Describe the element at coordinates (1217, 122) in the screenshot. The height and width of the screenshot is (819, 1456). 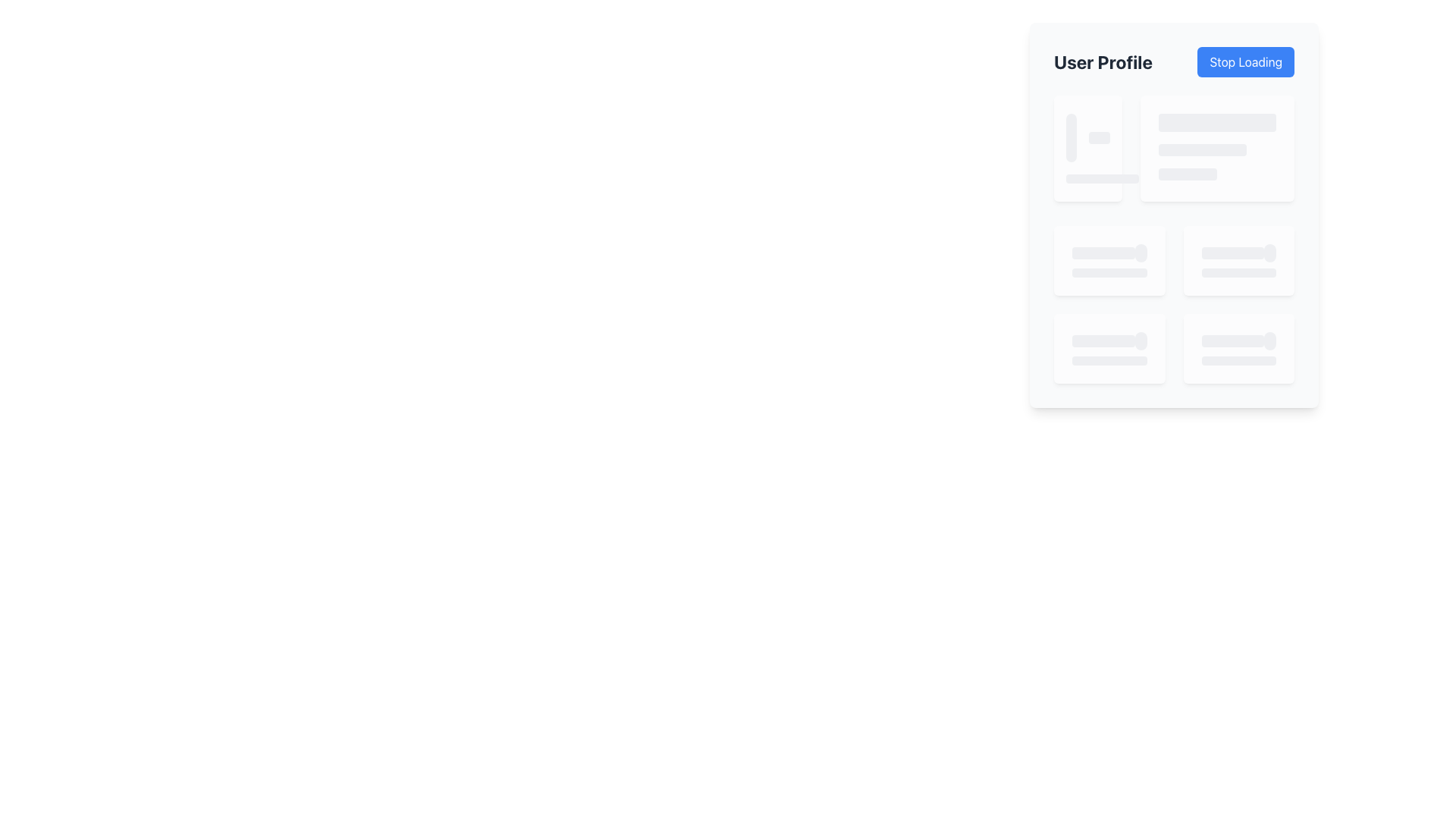
I see `the Loading Placeholder element located at the top of the 'User Profile' section, which is a mockup for content that is loading` at that location.